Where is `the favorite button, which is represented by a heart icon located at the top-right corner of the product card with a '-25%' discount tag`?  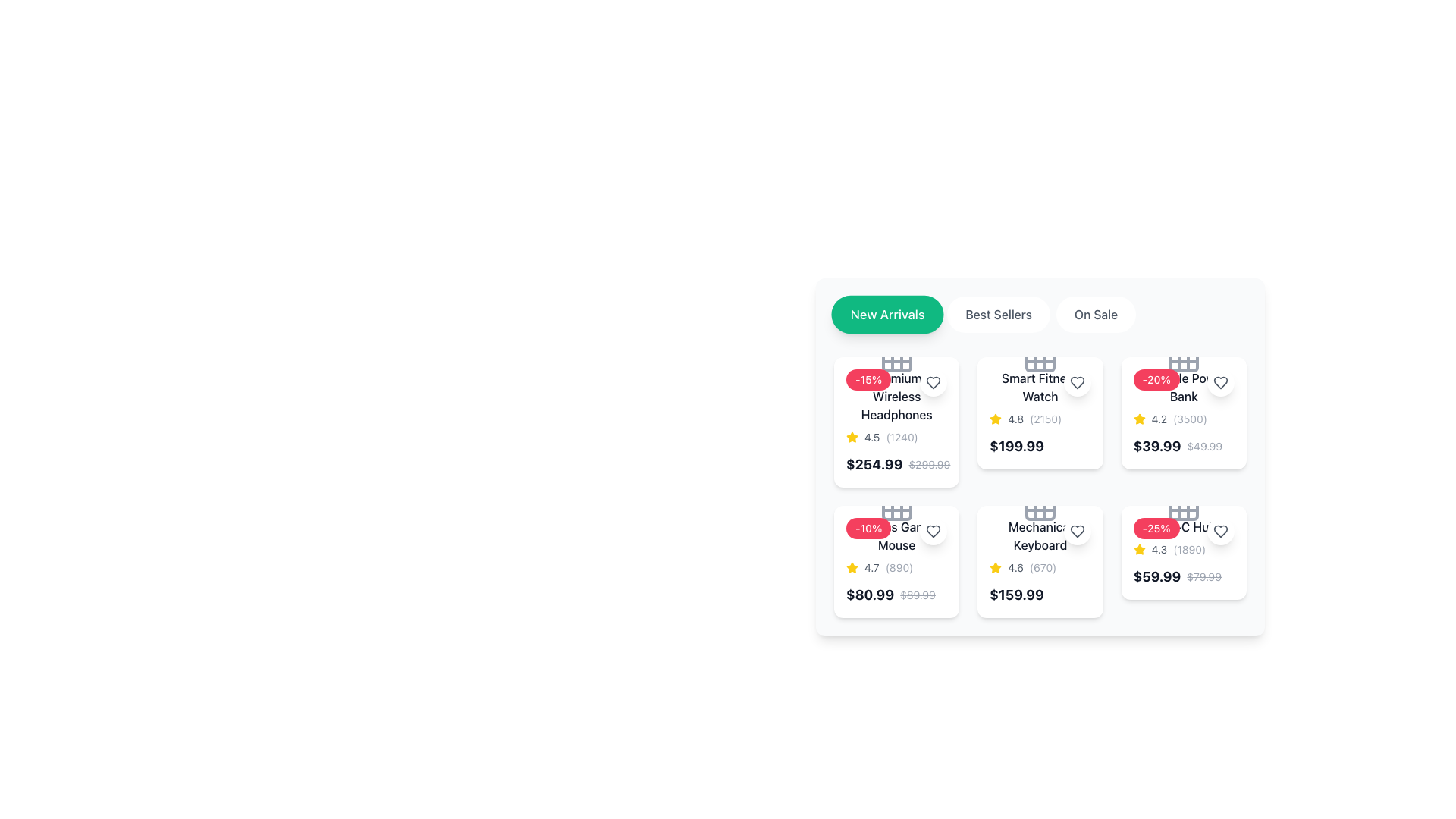 the favorite button, which is represented by a heart icon located at the top-right corner of the product card with a '-25%' discount tag is located at coordinates (1220, 531).